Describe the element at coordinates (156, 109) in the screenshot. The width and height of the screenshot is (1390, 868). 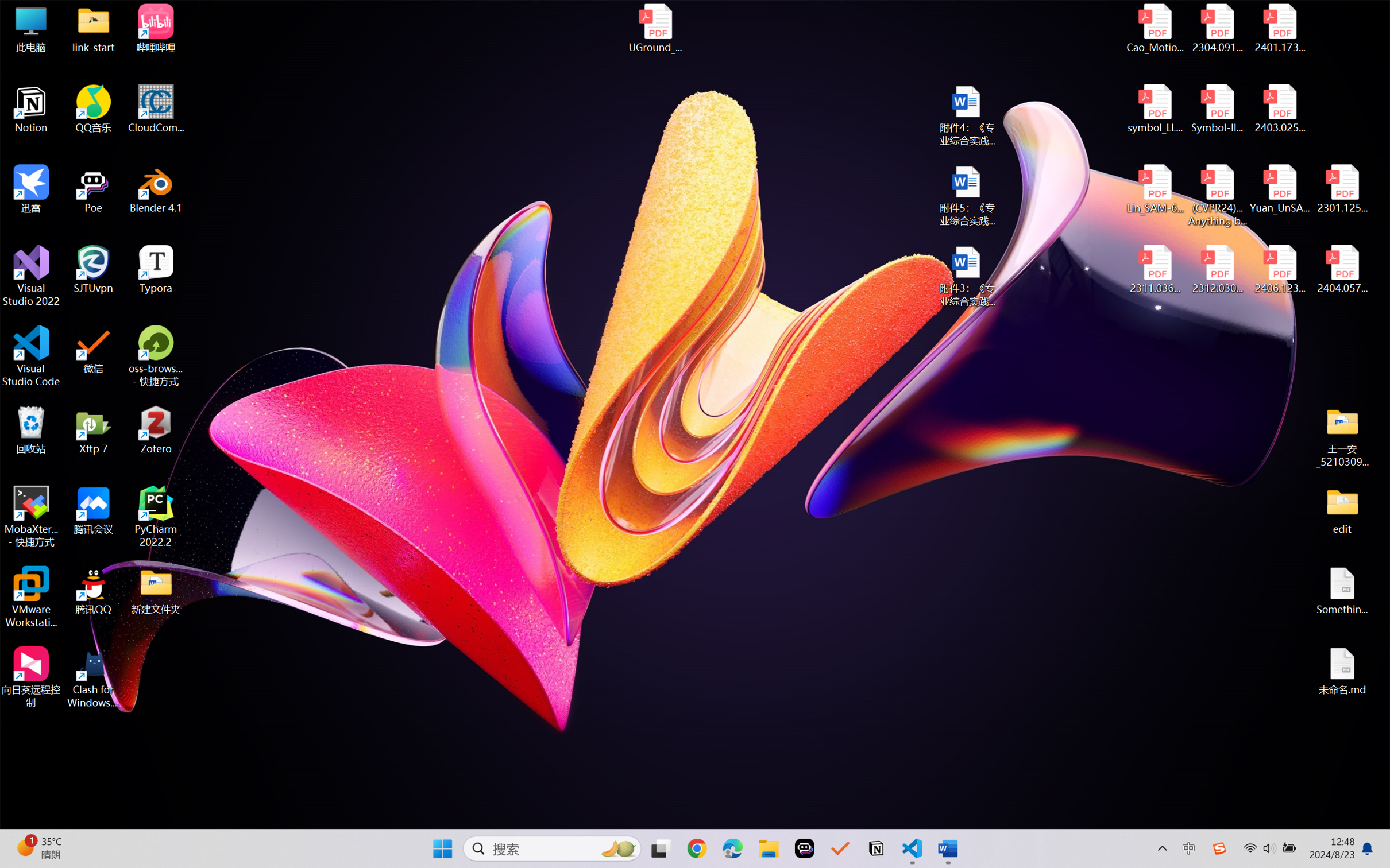
I see `'CloudCompare'` at that location.